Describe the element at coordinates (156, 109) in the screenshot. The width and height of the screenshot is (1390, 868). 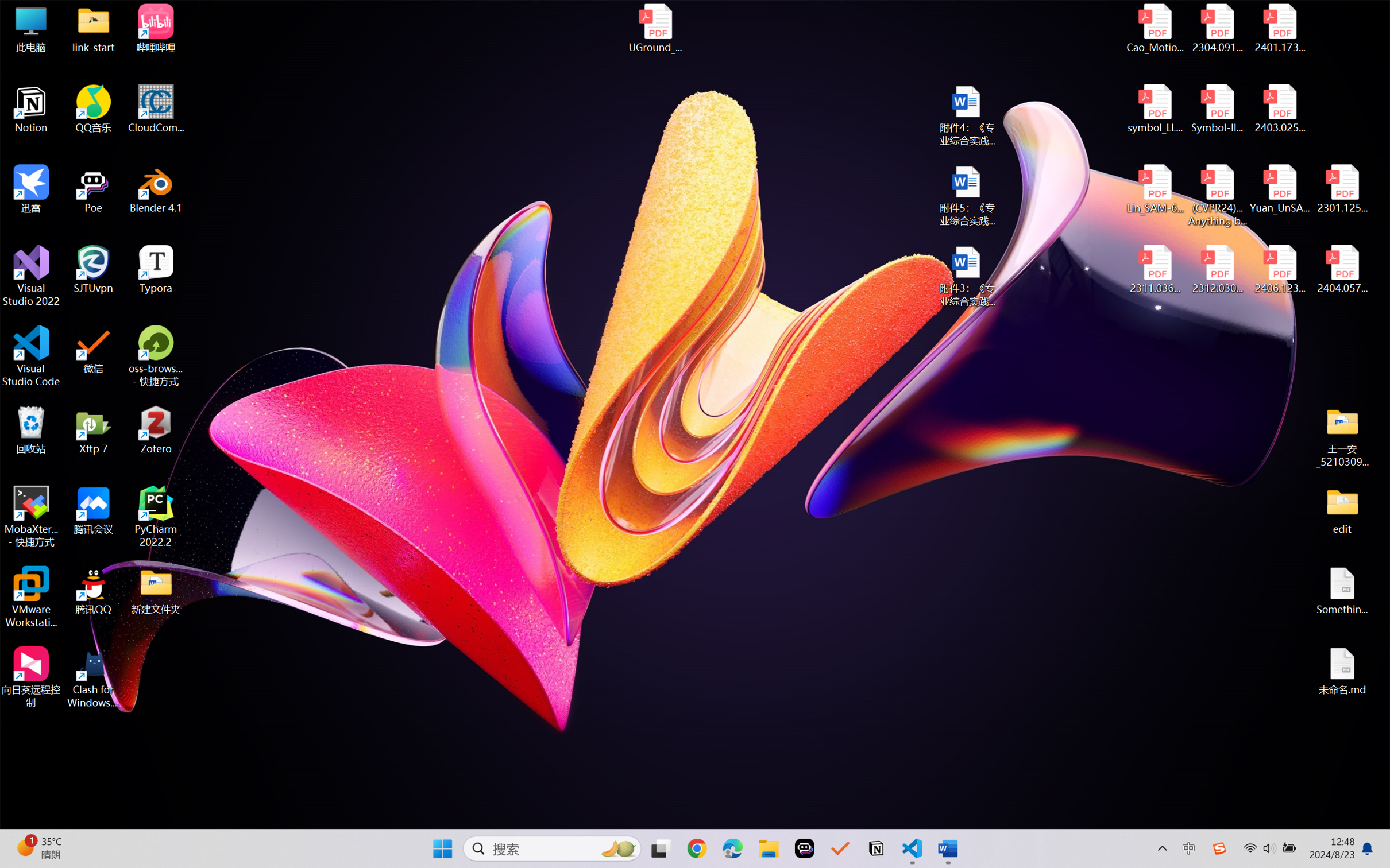
I see `'CloudCompare'` at that location.